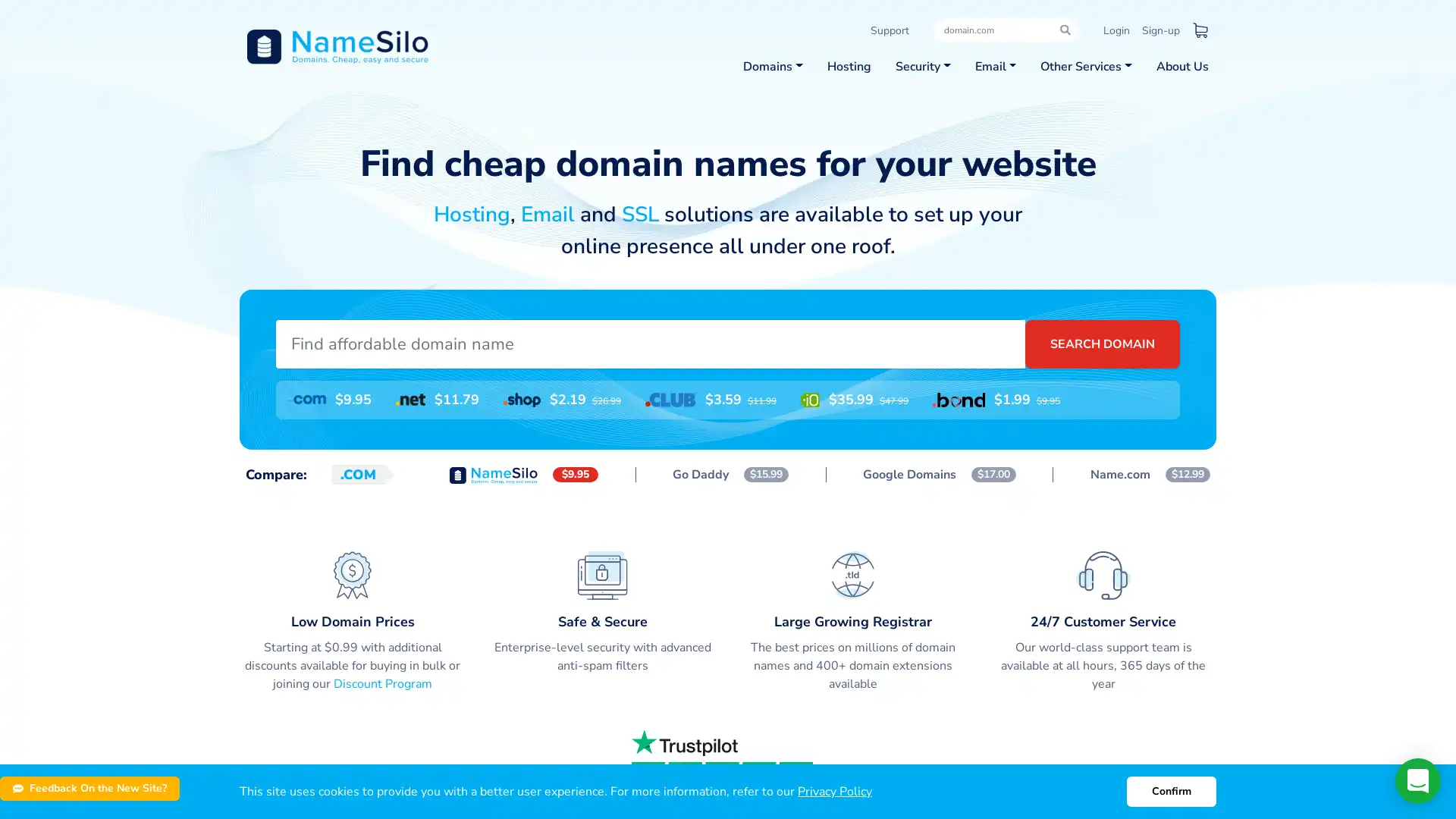 This screenshot has width=1456, height=819. Describe the element at coordinates (1171, 791) in the screenshot. I see `Confirm` at that location.